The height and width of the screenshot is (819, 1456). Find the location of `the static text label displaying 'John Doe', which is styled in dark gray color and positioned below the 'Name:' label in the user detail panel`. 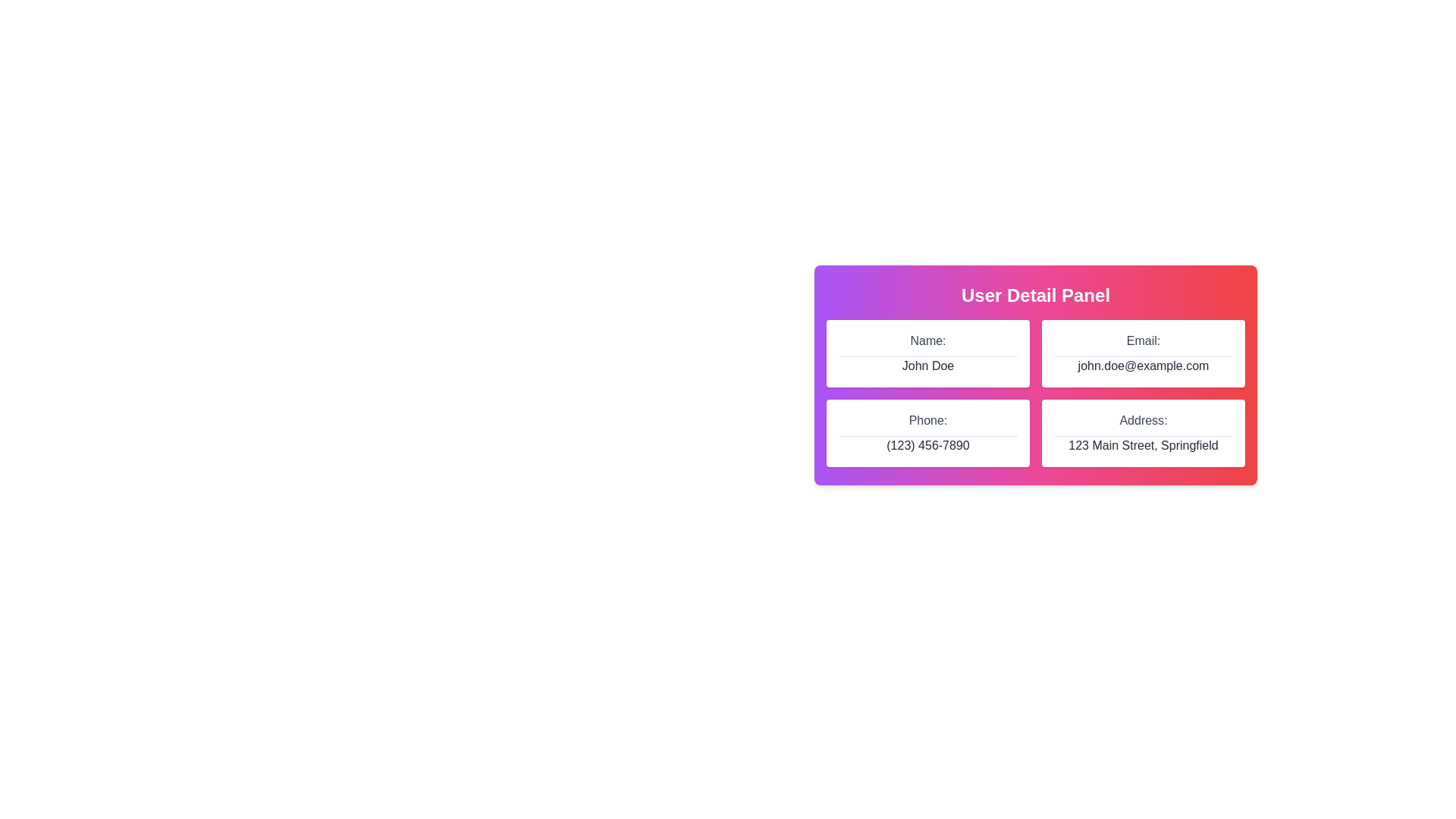

the static text label displaying 'John Doe', which is styled in dark gray color and positioned below the 'Name:' label in the user detail panel is located at coordinates (927, 366).